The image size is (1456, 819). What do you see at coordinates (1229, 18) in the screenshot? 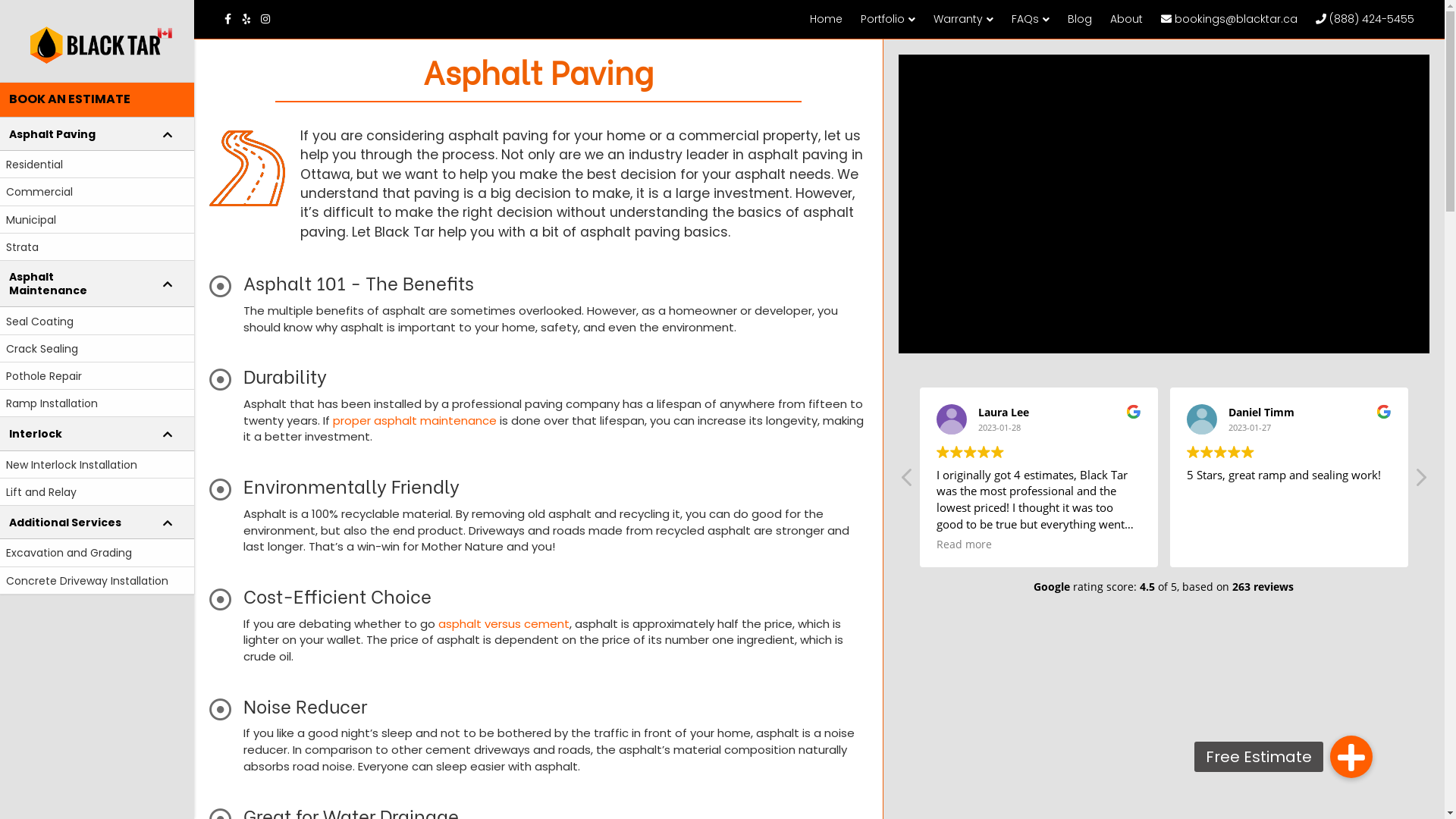
I see `'bookings@blacktar.ca'` at bounding box center [1229, 18].